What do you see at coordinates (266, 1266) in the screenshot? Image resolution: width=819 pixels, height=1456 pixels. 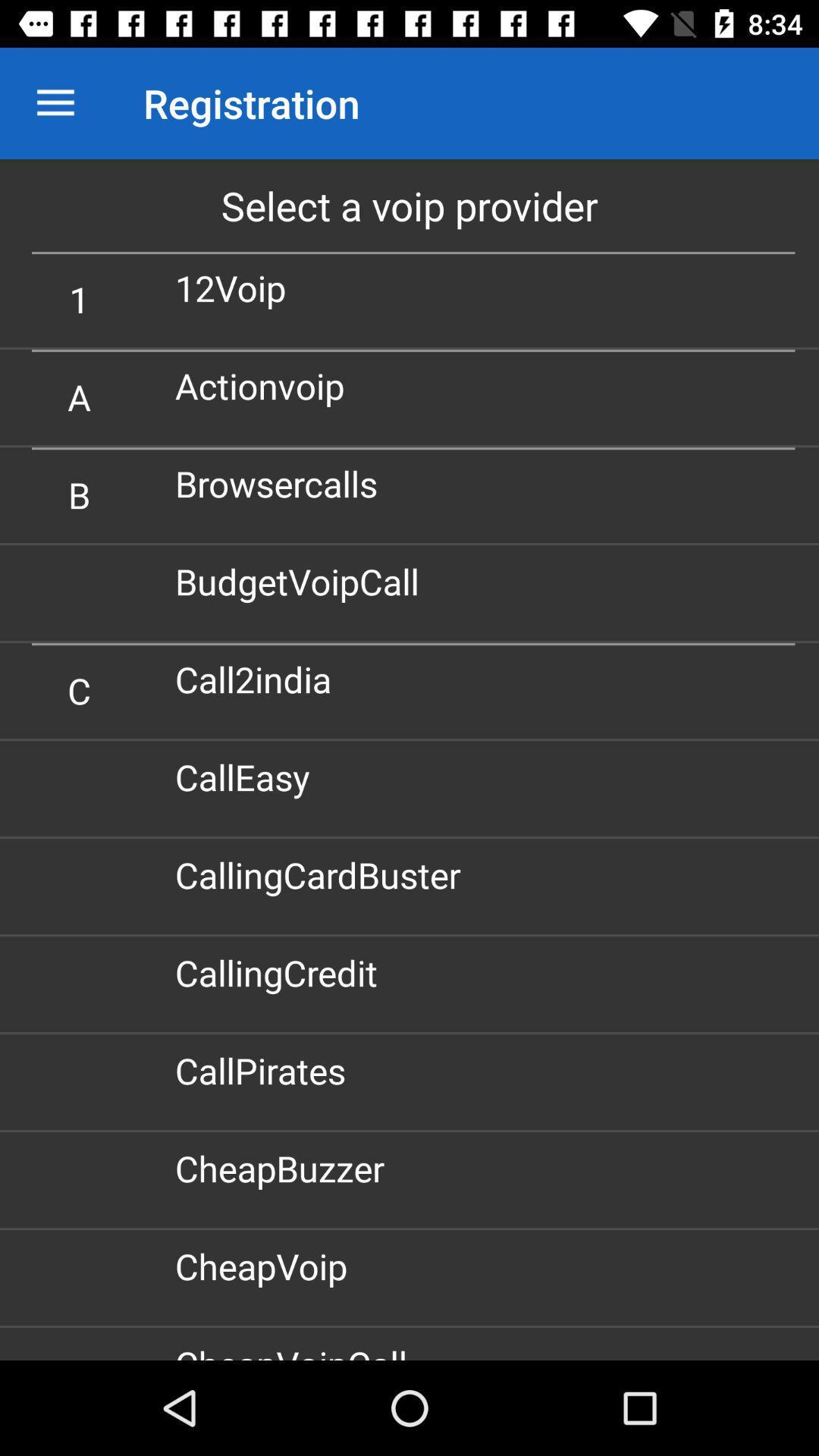 I see `cheapvoip` at bounding box center [266, 1266].